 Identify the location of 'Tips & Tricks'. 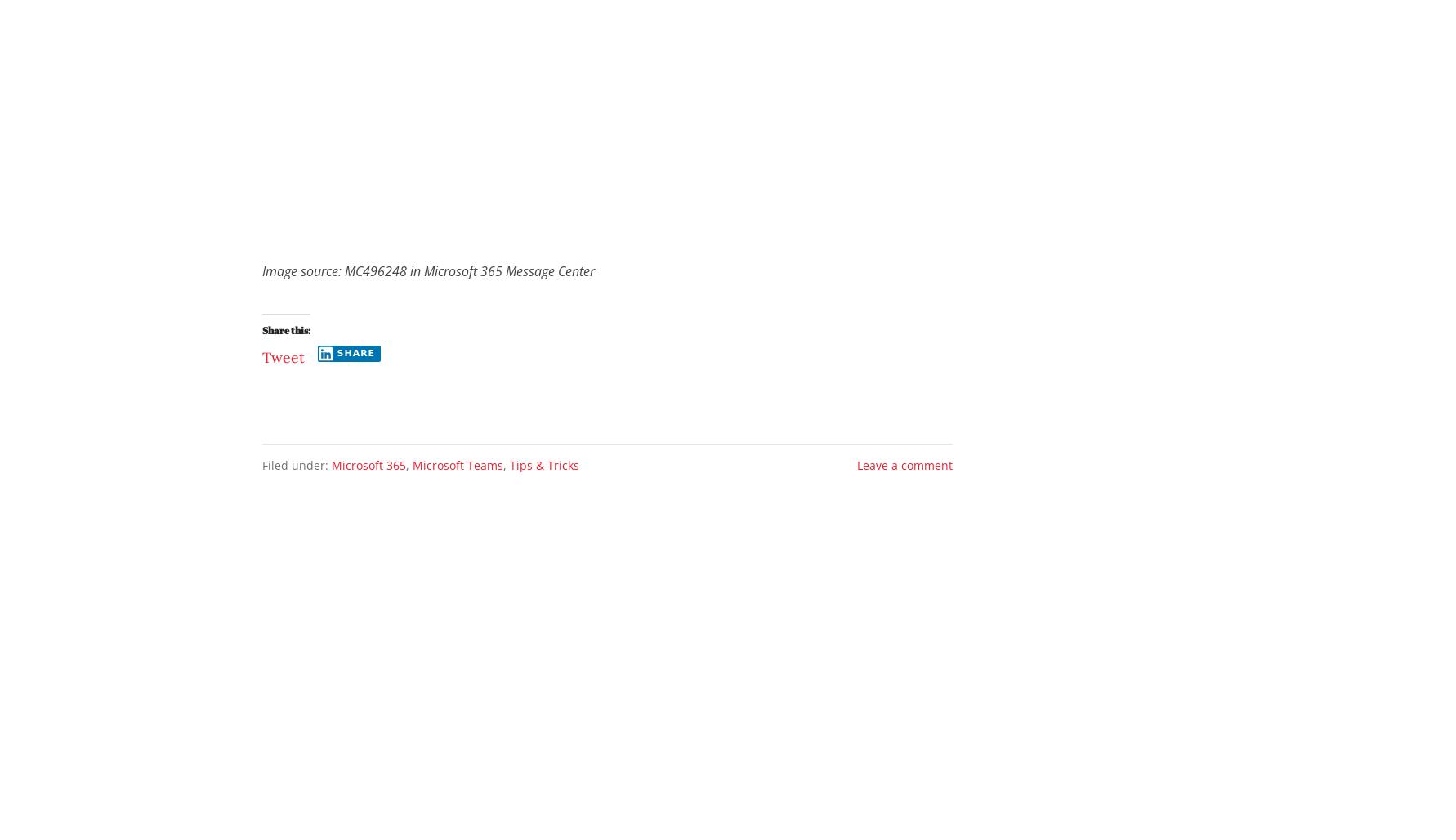
(543, 465).